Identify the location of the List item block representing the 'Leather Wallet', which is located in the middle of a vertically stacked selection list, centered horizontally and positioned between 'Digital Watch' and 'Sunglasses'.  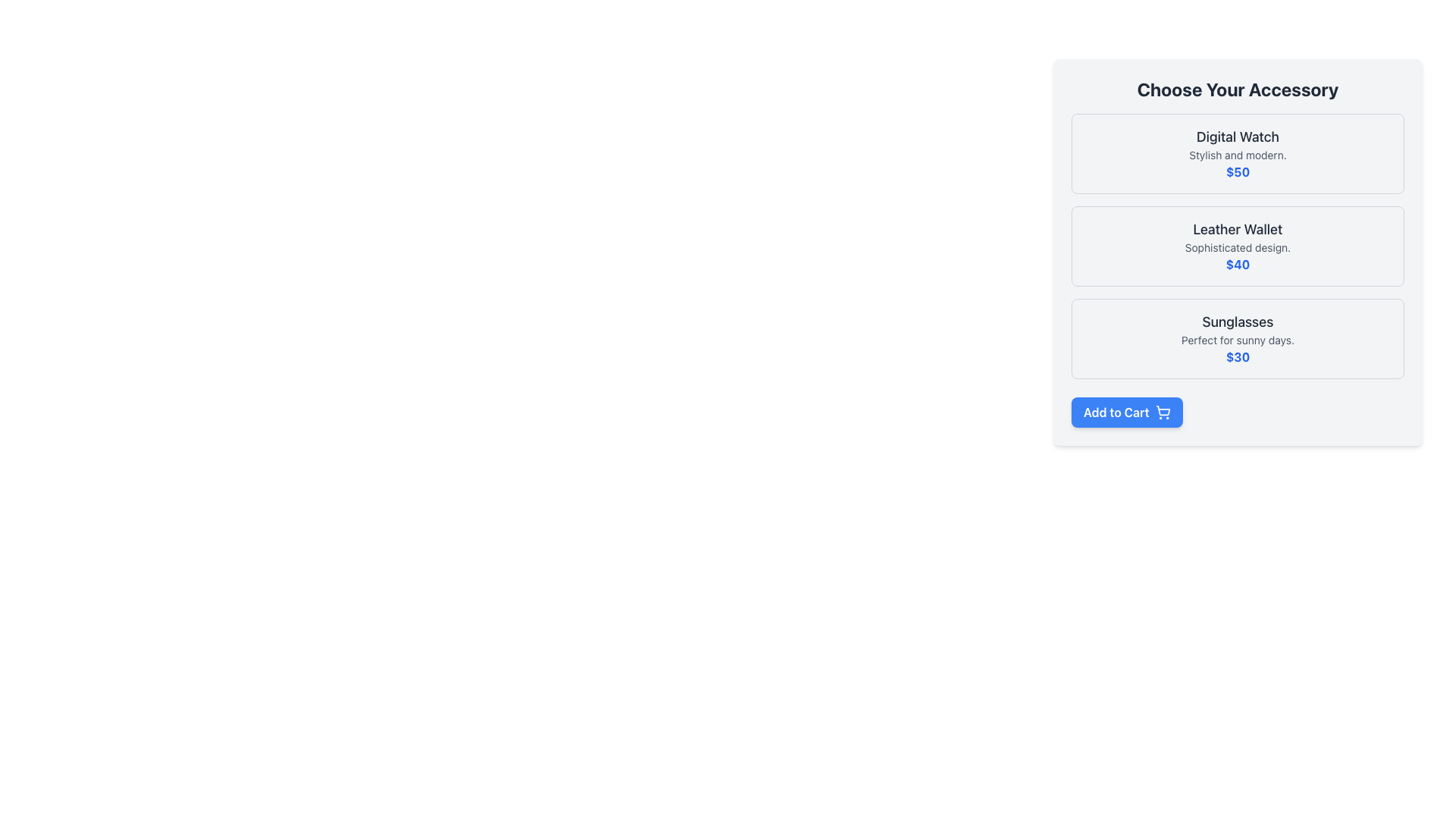
(1238, 245).